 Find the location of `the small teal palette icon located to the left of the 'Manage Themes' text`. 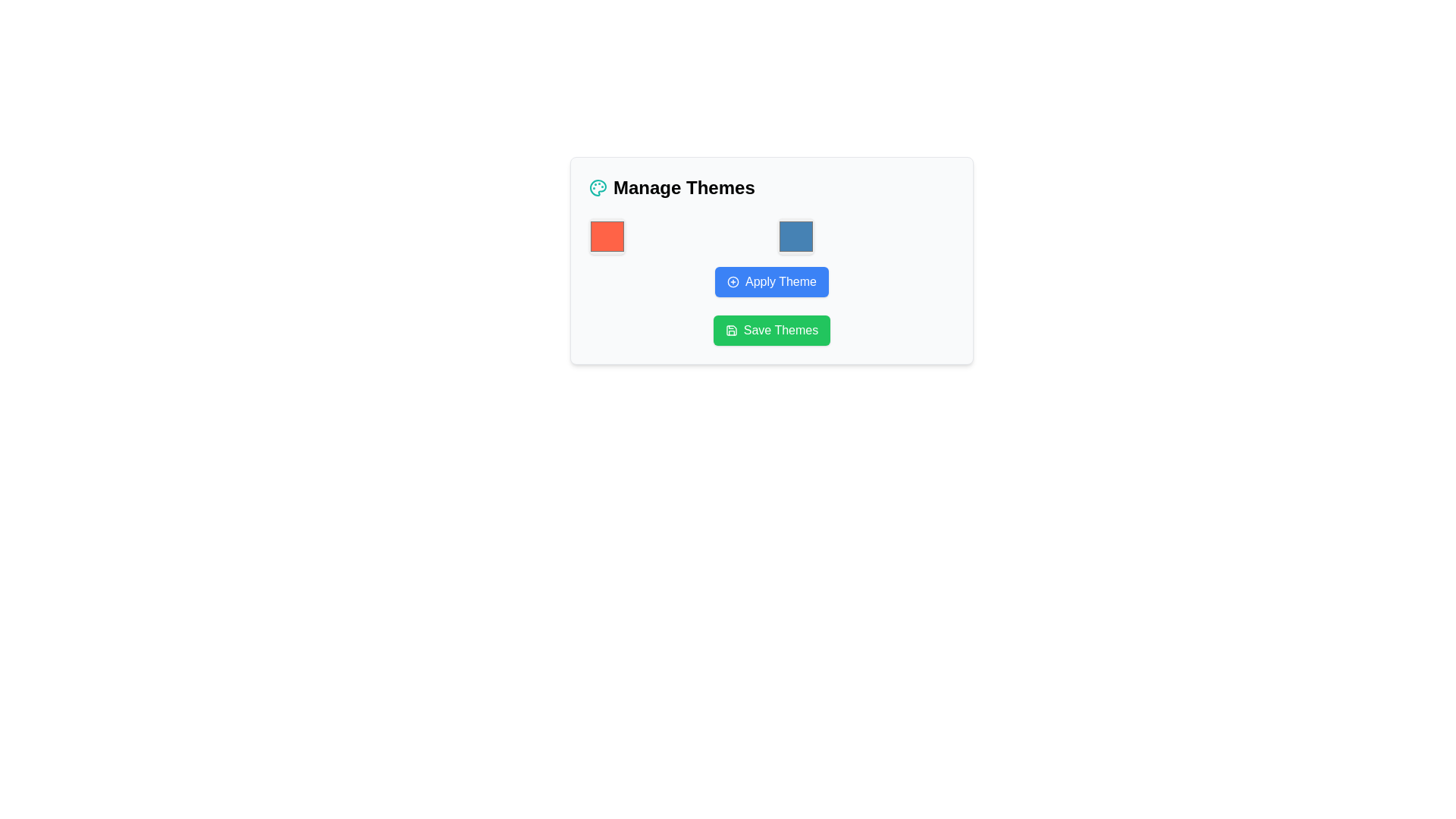

the small teal palette icon located to the left of the 'Manage Themes' text is located at coordinates (597, 187).